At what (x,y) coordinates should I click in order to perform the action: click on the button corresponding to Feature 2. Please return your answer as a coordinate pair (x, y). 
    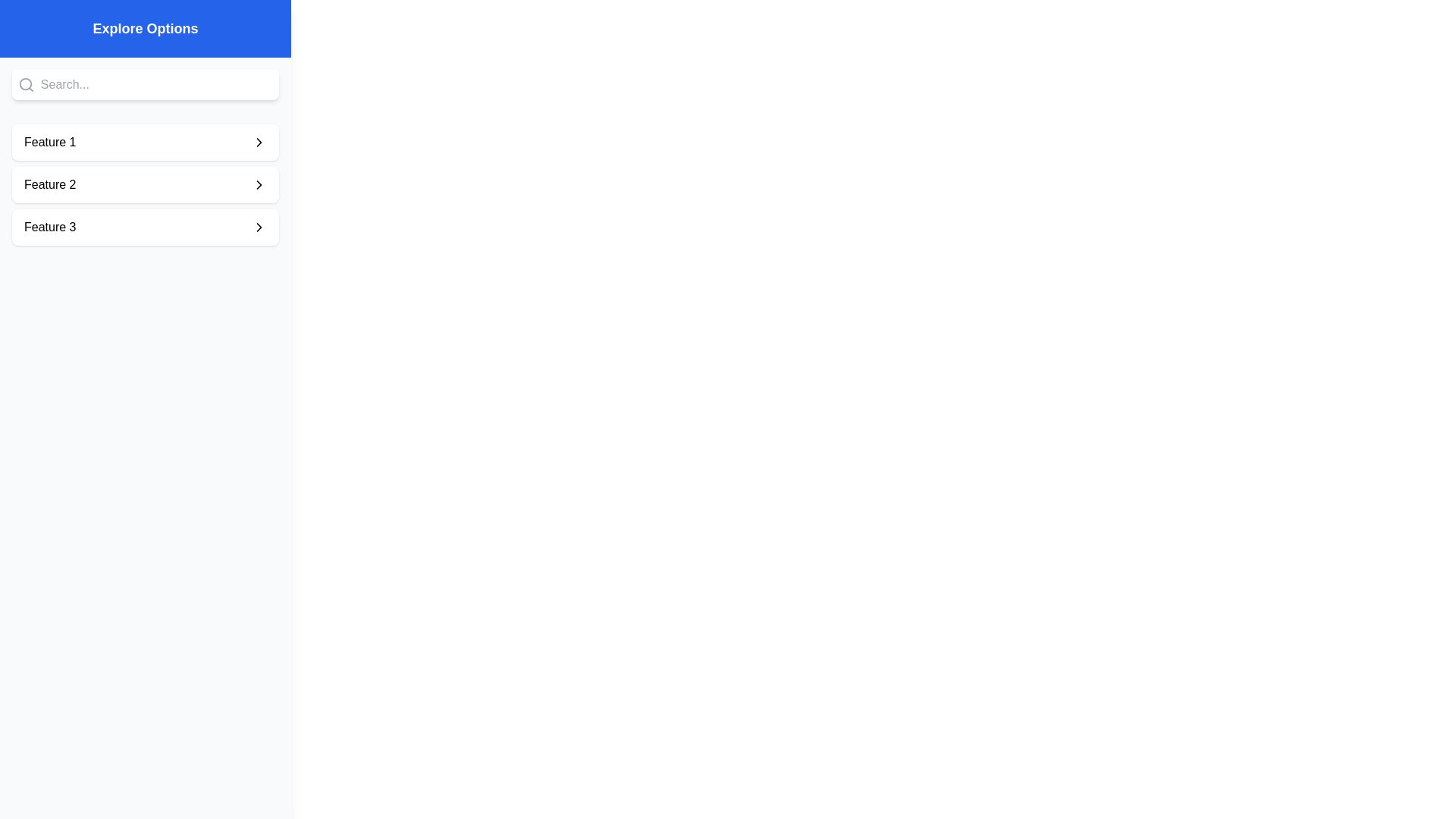
    Looking at the image, I should click on (146, 184).